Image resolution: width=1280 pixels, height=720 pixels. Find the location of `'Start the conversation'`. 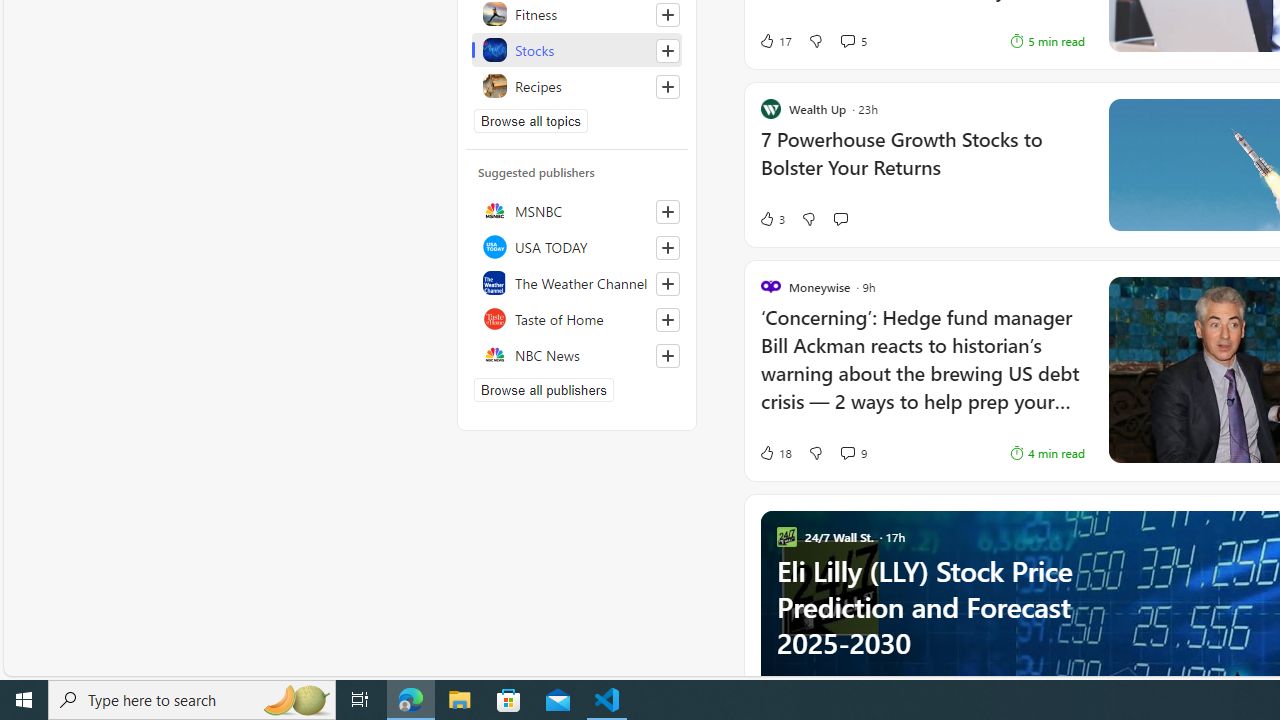

'Start the conversation' is located at coordinates (840, 219).